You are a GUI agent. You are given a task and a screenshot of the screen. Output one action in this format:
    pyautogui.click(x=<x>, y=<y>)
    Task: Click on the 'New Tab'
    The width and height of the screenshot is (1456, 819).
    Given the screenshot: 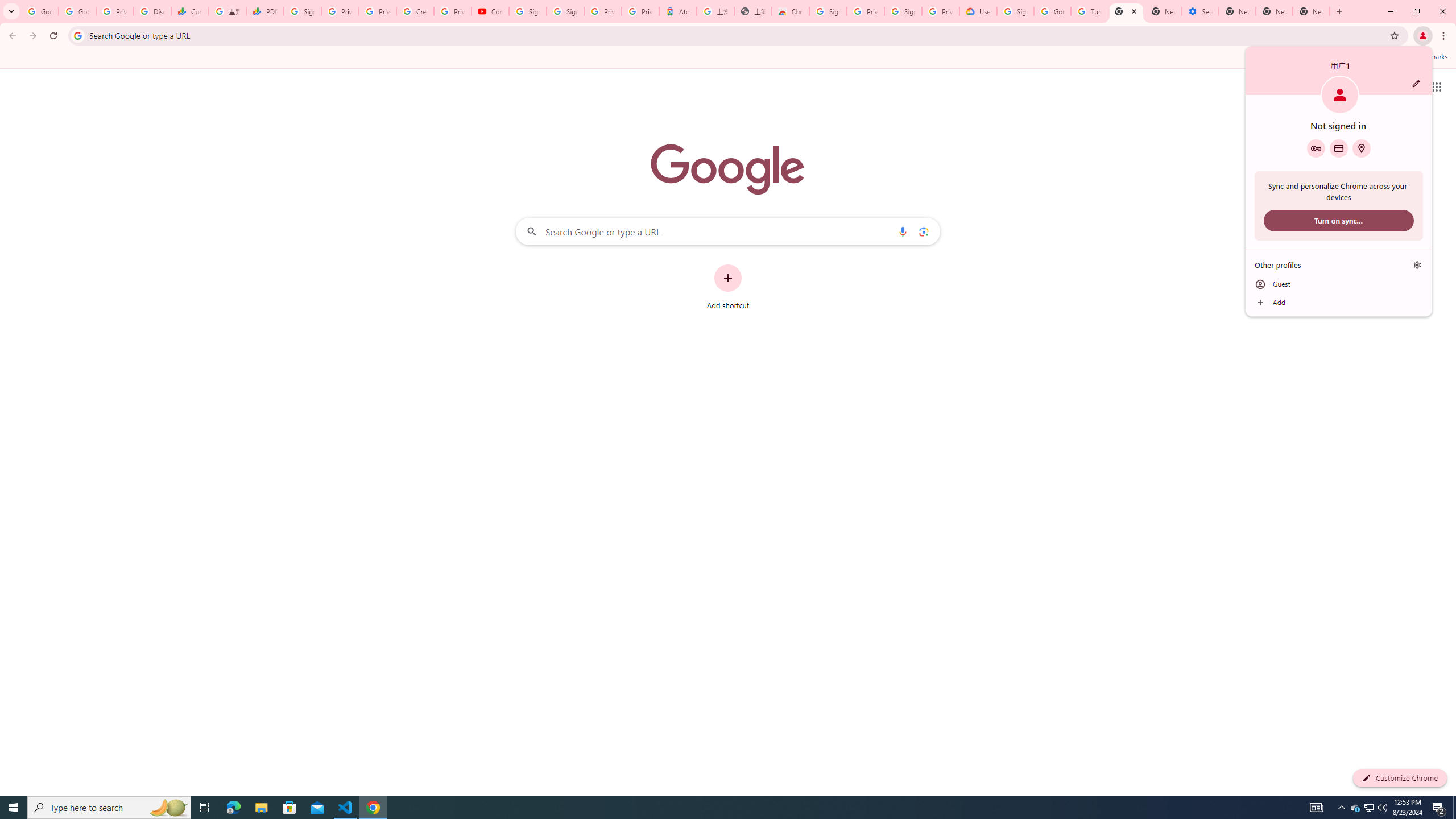 What is the action you would take?
    pyautogui.click(x=1310, y=11)
    